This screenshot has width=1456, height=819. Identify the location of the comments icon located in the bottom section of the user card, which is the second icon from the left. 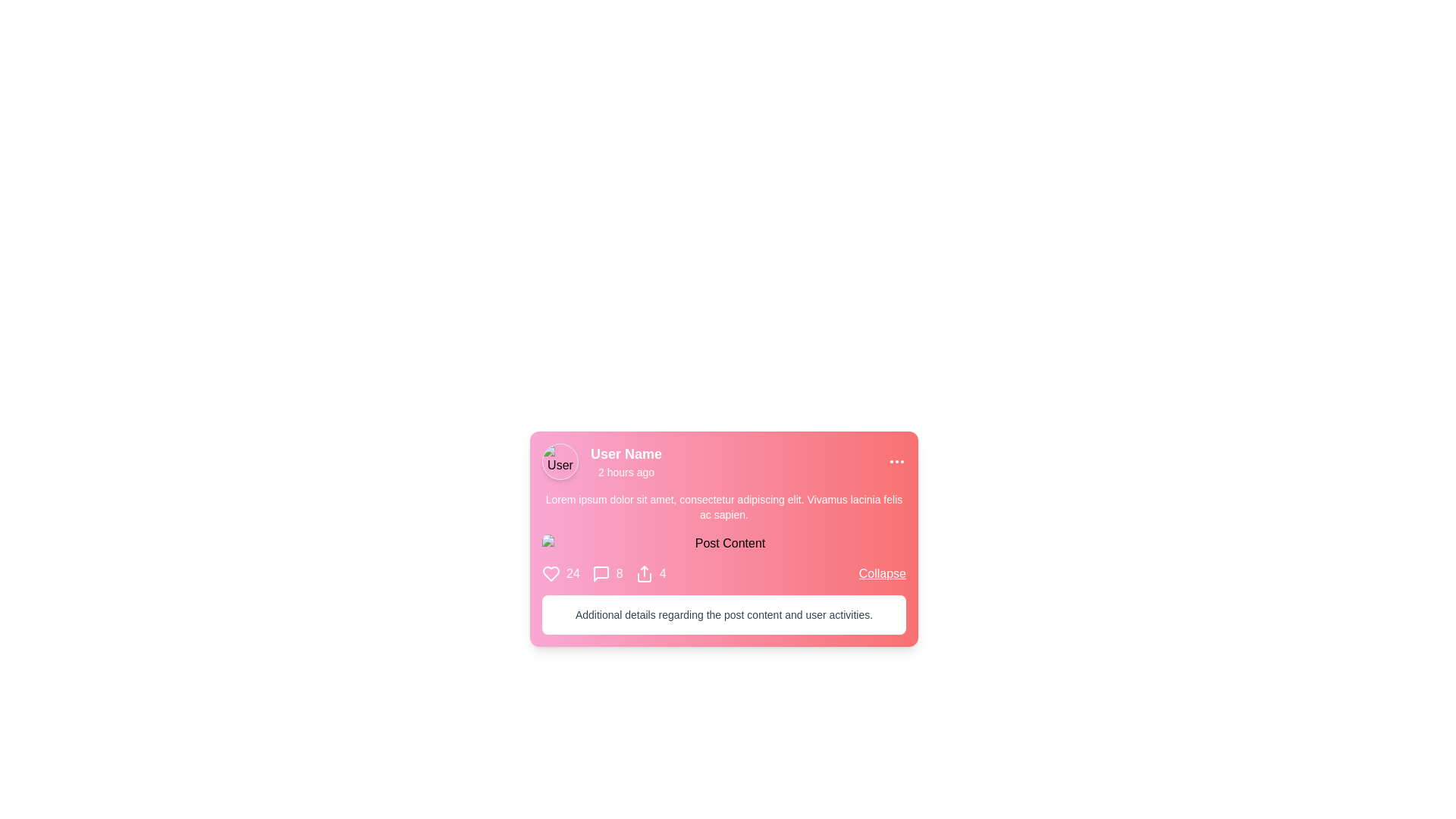
(600, 573).